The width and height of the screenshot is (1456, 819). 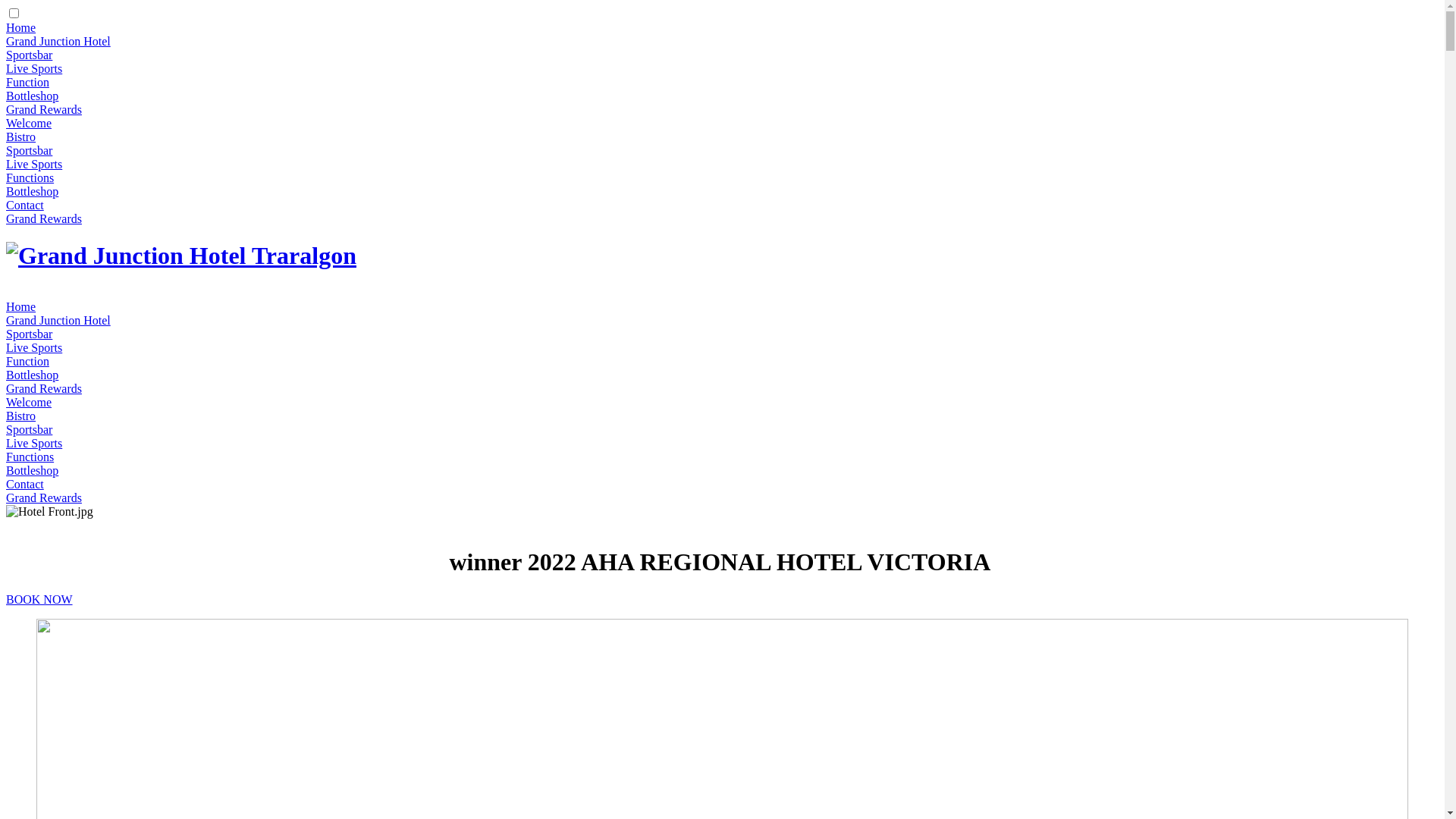 What do you see at coordinates (33, 68) in the screenshot?
I see `'Live Sports'` at bounding box center [33, 68].